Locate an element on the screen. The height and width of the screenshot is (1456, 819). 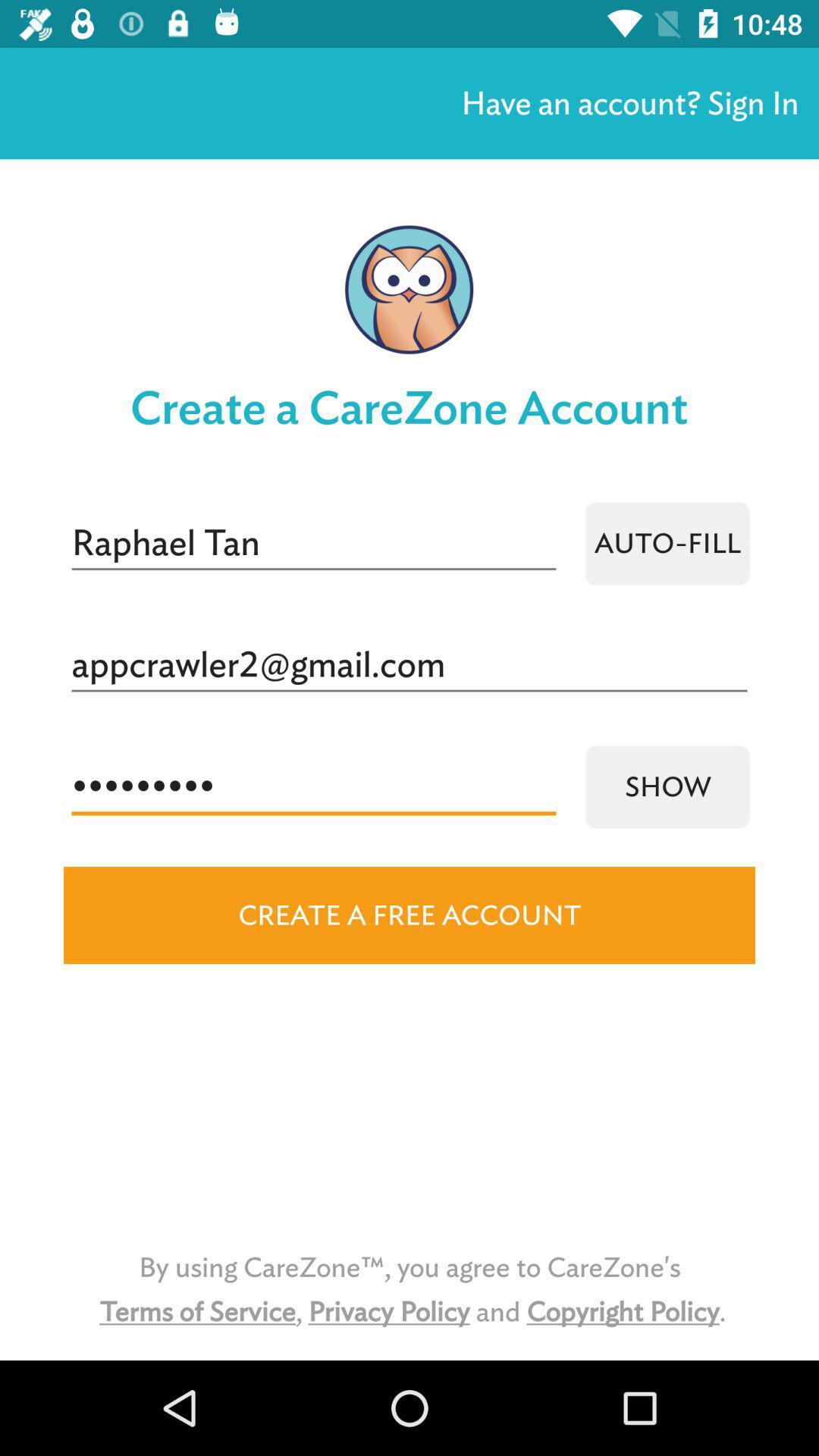
raphael tan is located at coordinates (312, 543).